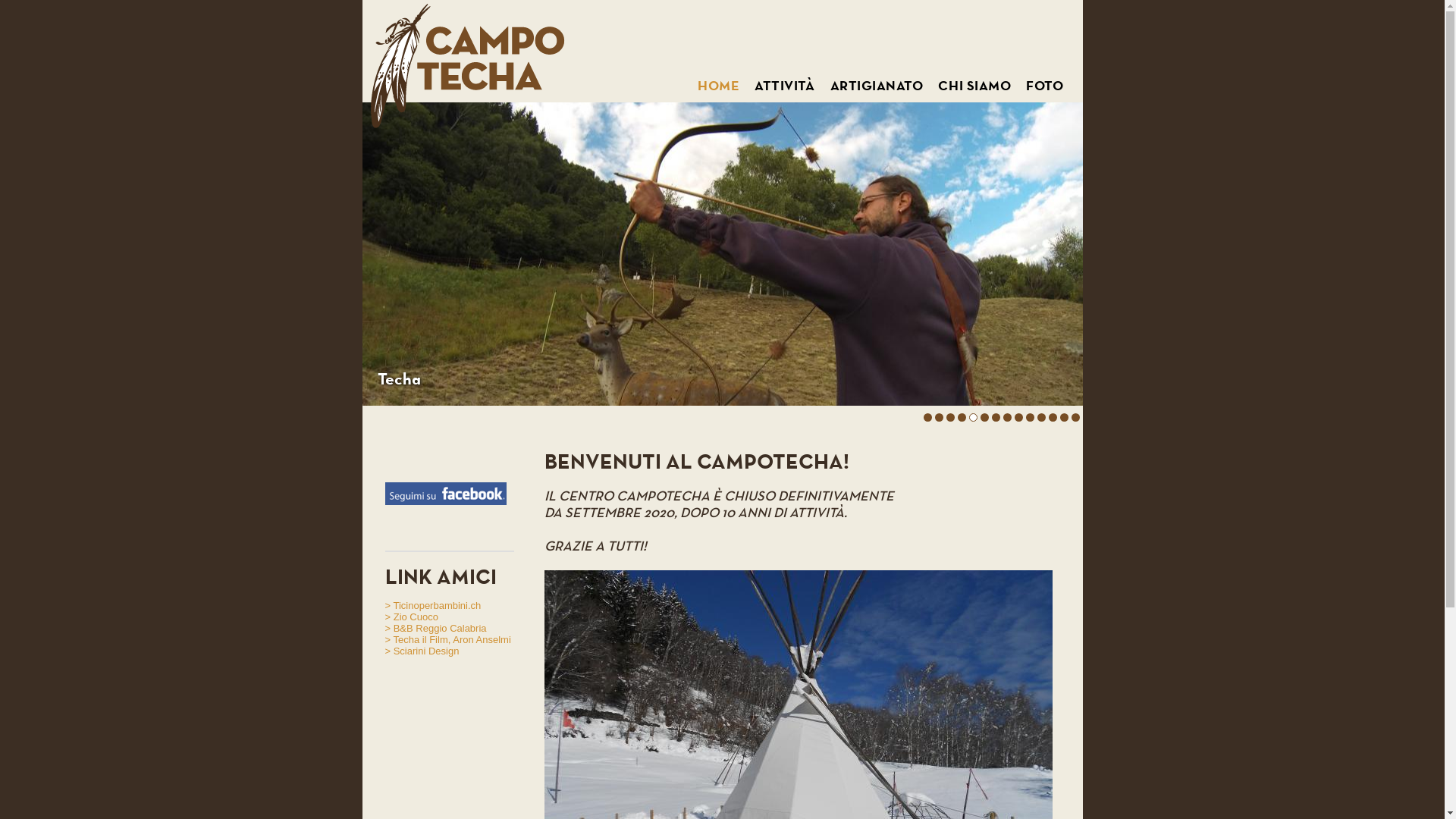 The width and height of the screenshot is (1456, 819). What do you see at coordinates (972, 419) in the screenshot?
I see `'5'` at bounding box center [972, 419].